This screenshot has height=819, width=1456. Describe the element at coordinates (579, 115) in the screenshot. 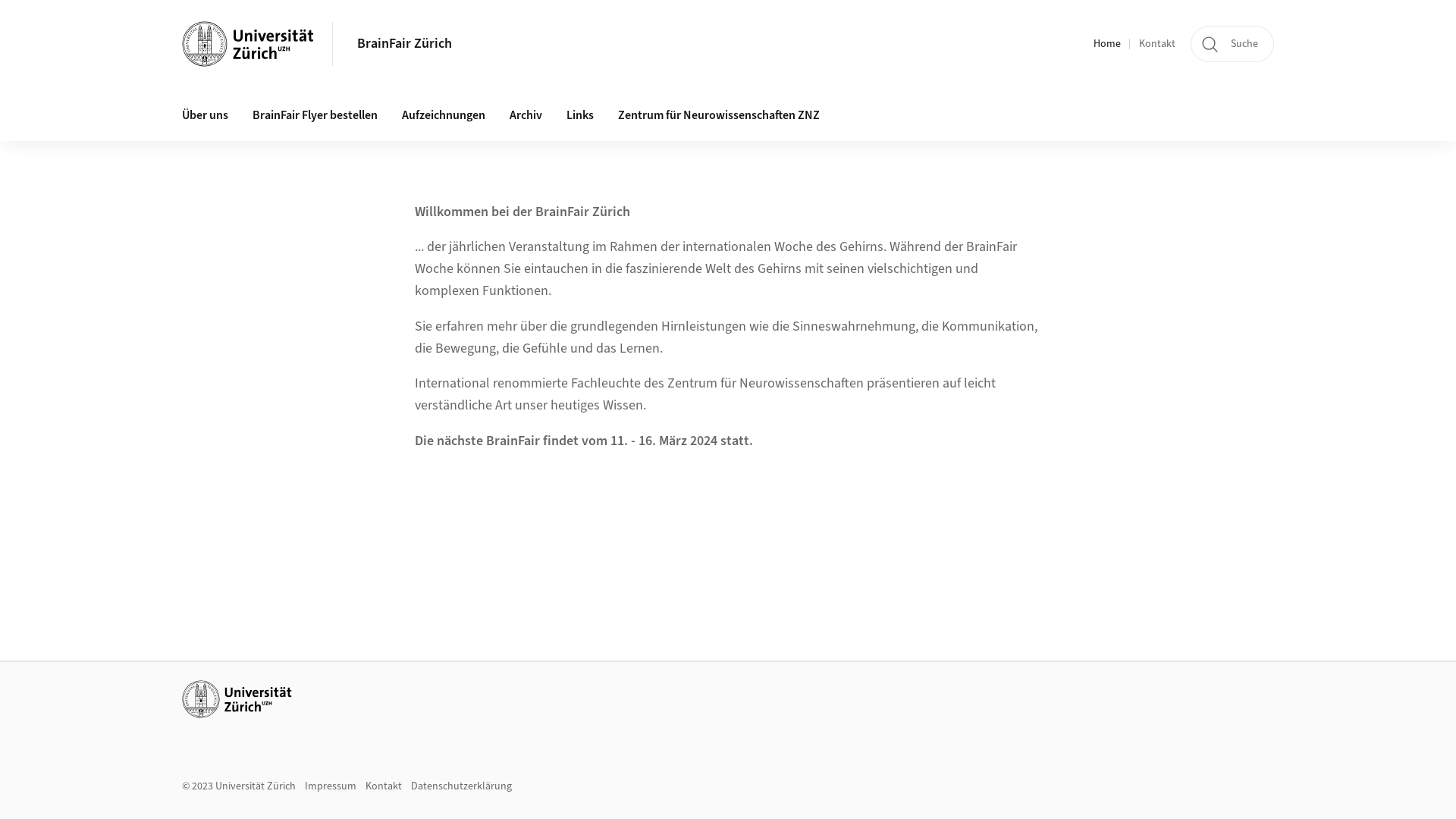

I see `'Links'` at that location.